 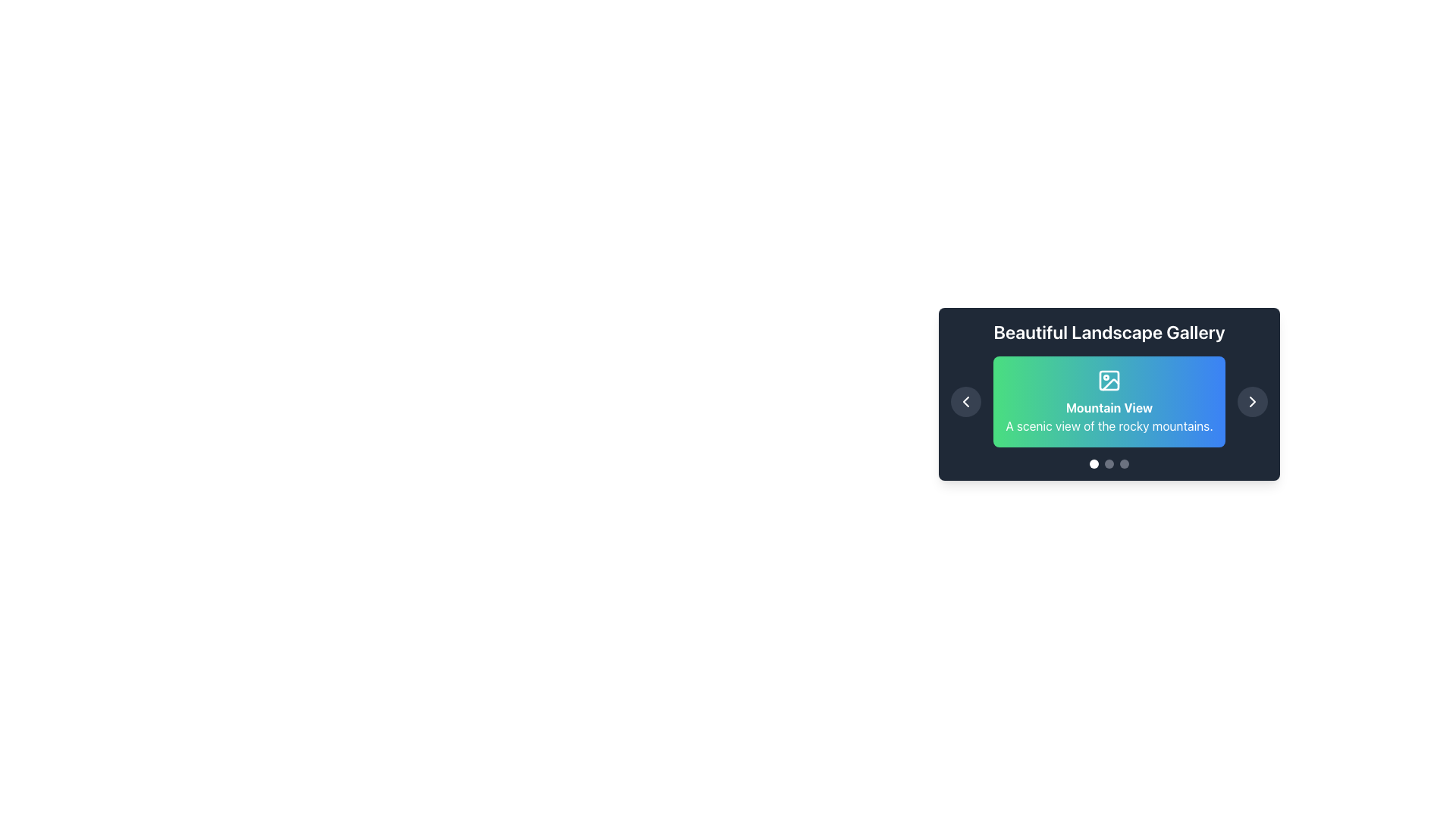 What do you see at coordinates (1109, 463) in the screenshot?
I see `the pagination indicator circle located at the bottom center of the gallery interface beneath 'Mountain View'` at bounding box center [1109, 463].